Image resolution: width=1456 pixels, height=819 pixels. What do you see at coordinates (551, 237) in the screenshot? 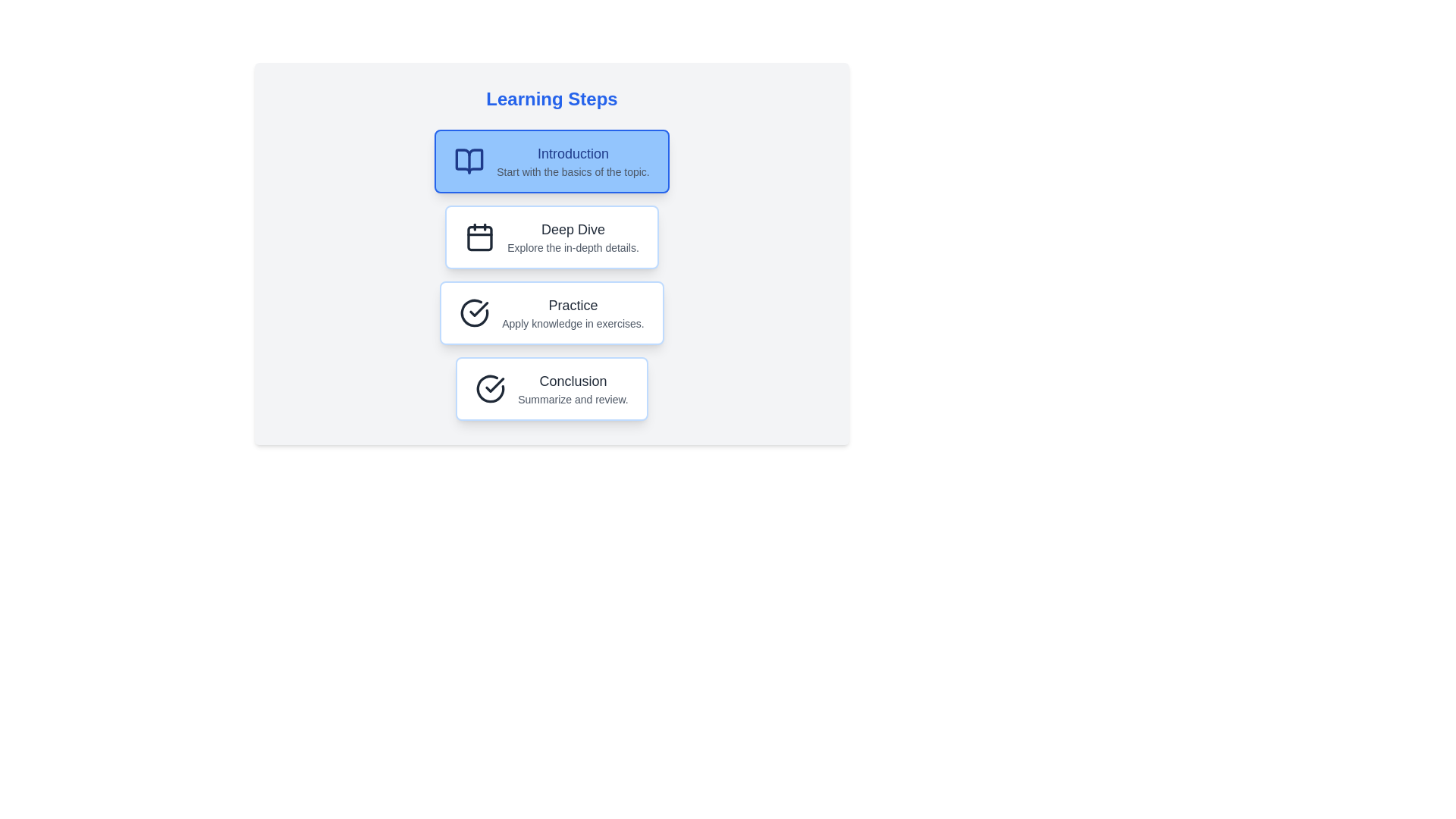
I see `the 'Deep Dive' button, which features a calendar icon and two lines of text` at bounding box center [551, 237].